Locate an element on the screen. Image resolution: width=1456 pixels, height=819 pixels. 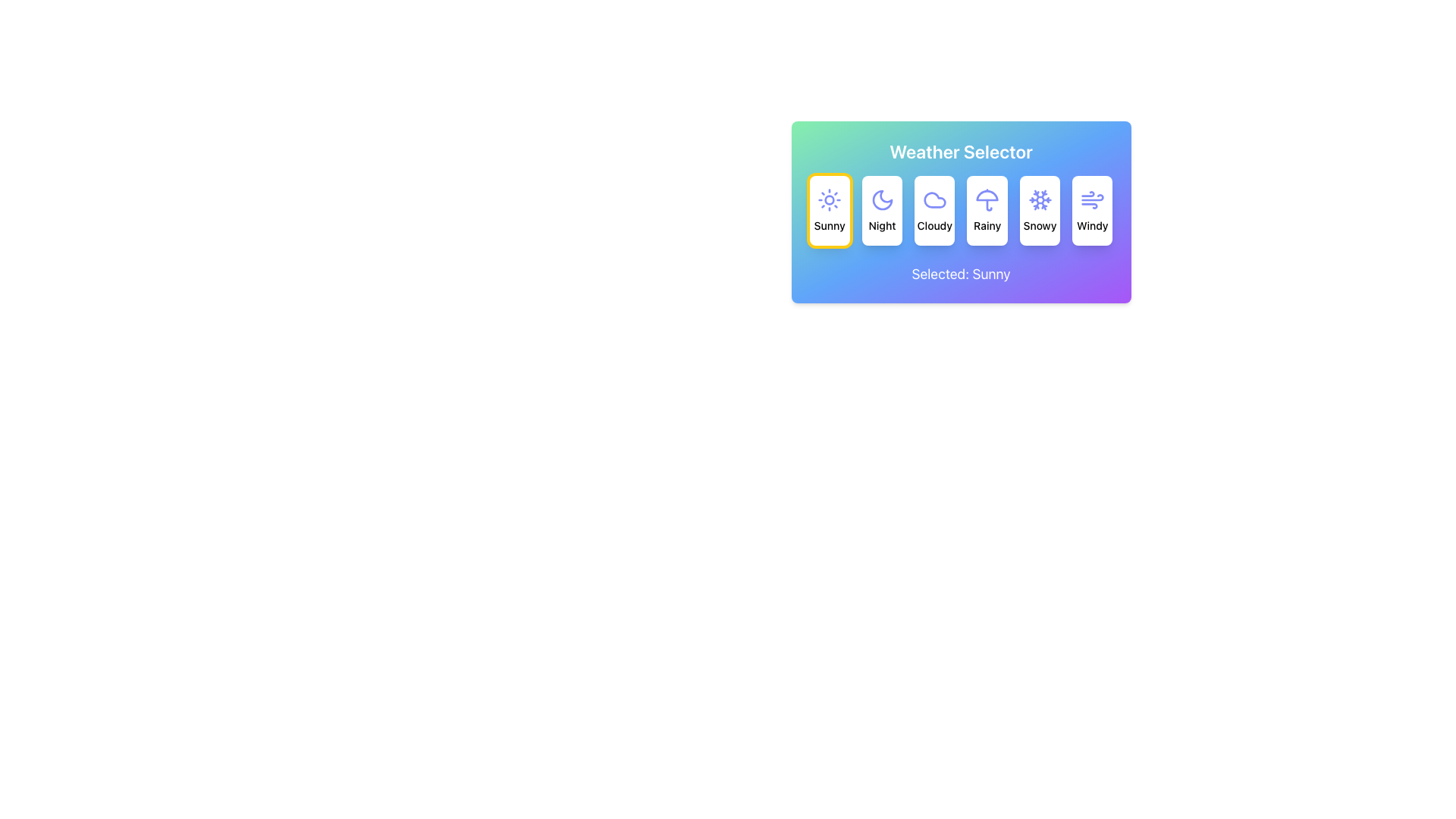
the 'Night' weather icon located in the weather selection interface is located at coordinates (882, 199).